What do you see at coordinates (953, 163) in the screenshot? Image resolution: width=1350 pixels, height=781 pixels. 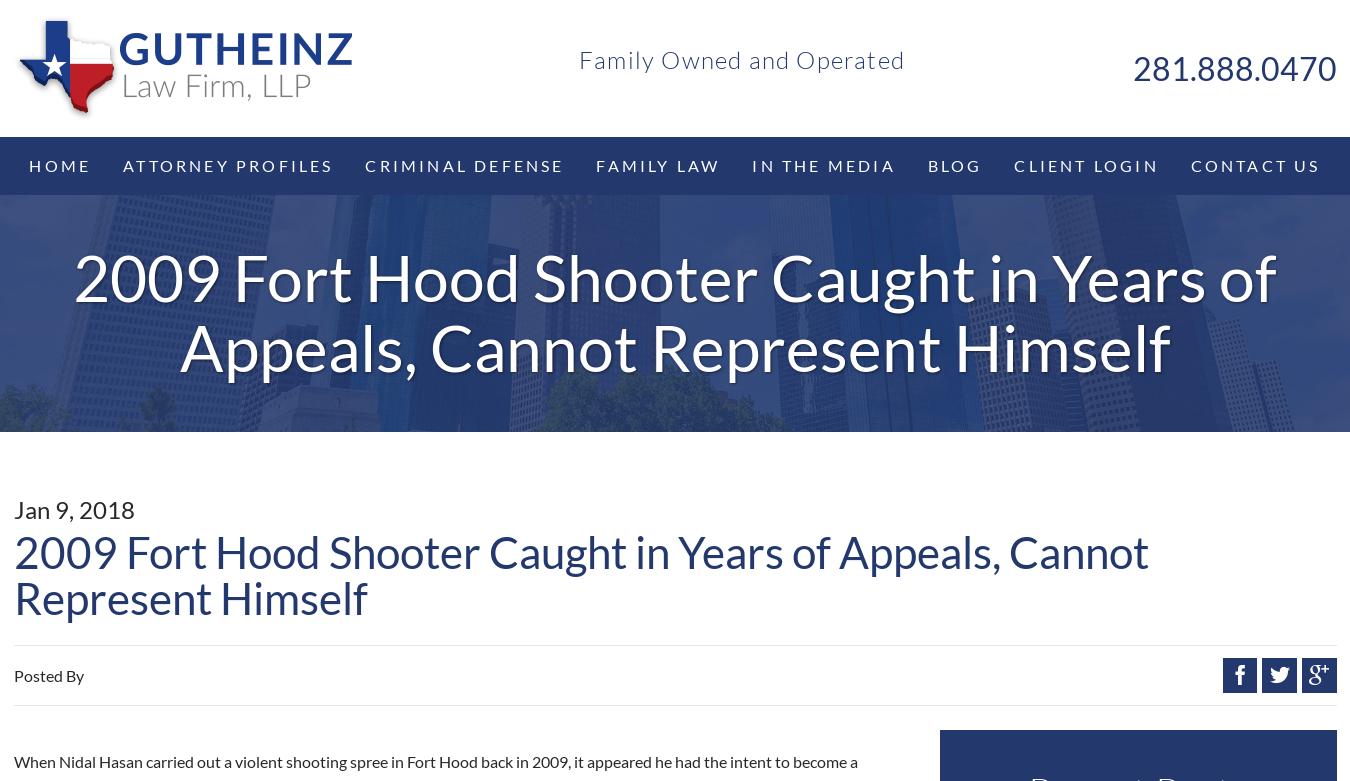 I see `'Blog'` at bounding box center [953, 163].